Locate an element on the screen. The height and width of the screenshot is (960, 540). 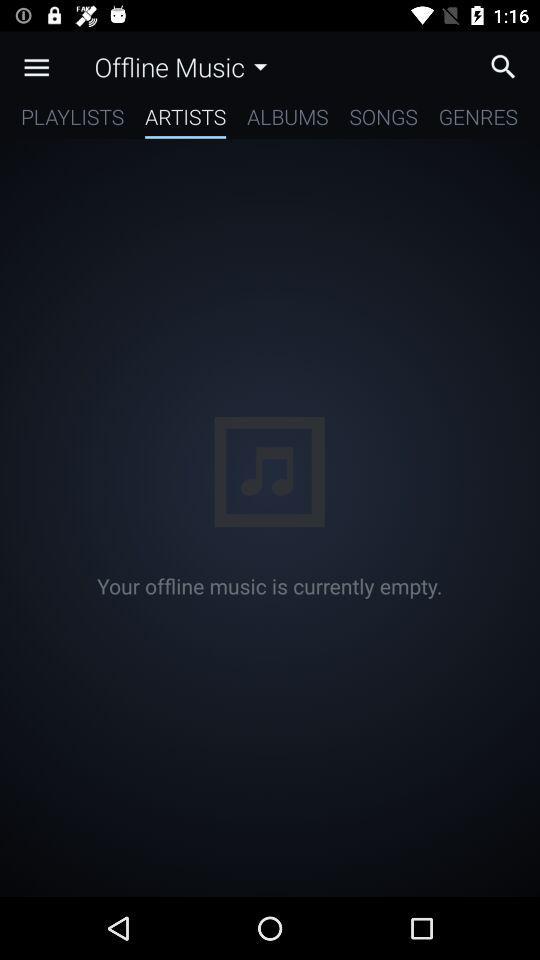
genres app is located at coordinates (477, 120).